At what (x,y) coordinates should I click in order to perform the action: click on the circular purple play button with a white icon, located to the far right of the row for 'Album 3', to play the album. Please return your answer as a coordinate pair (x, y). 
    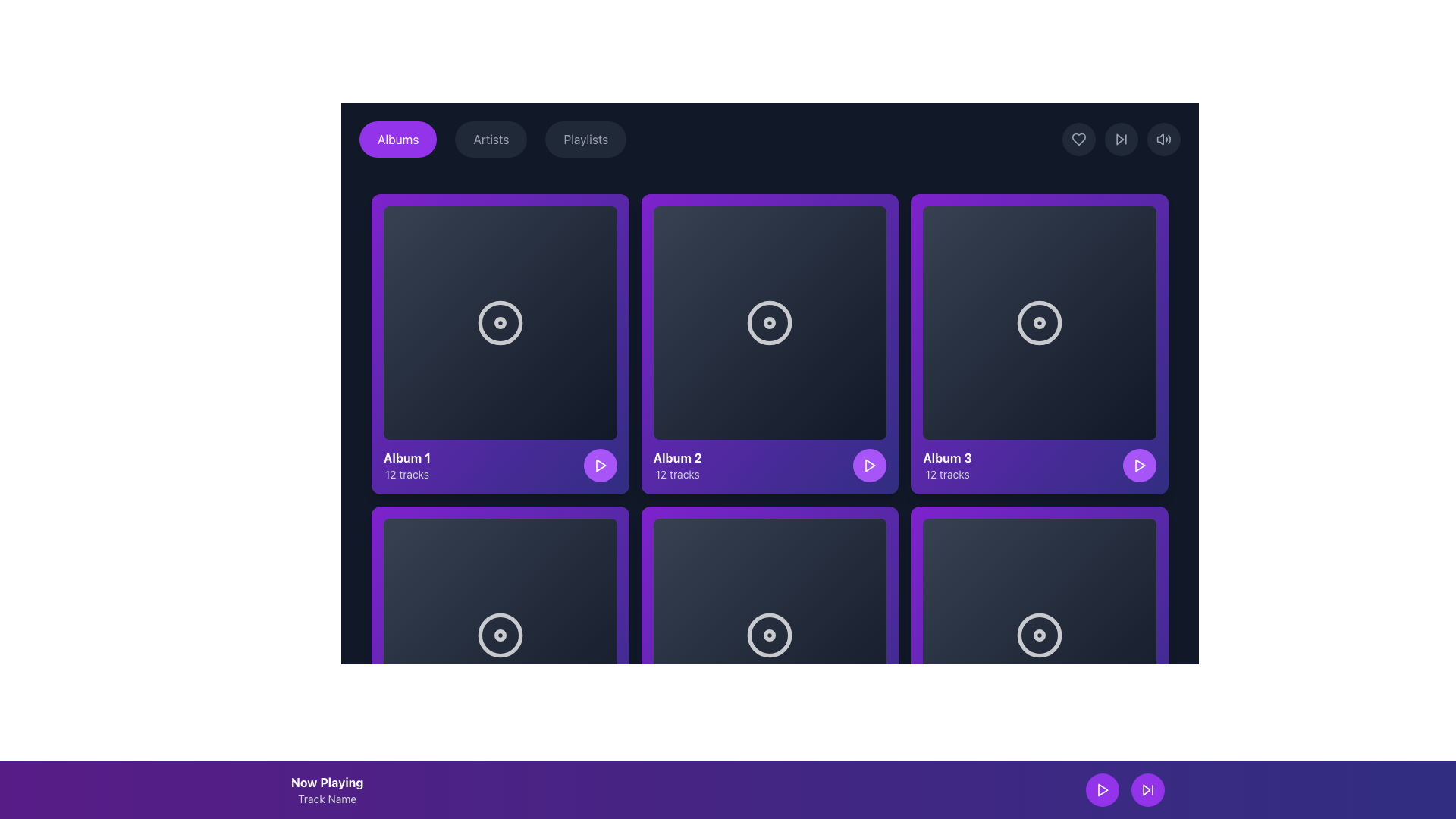
    Looking at the image, I should click on (1139, 464).